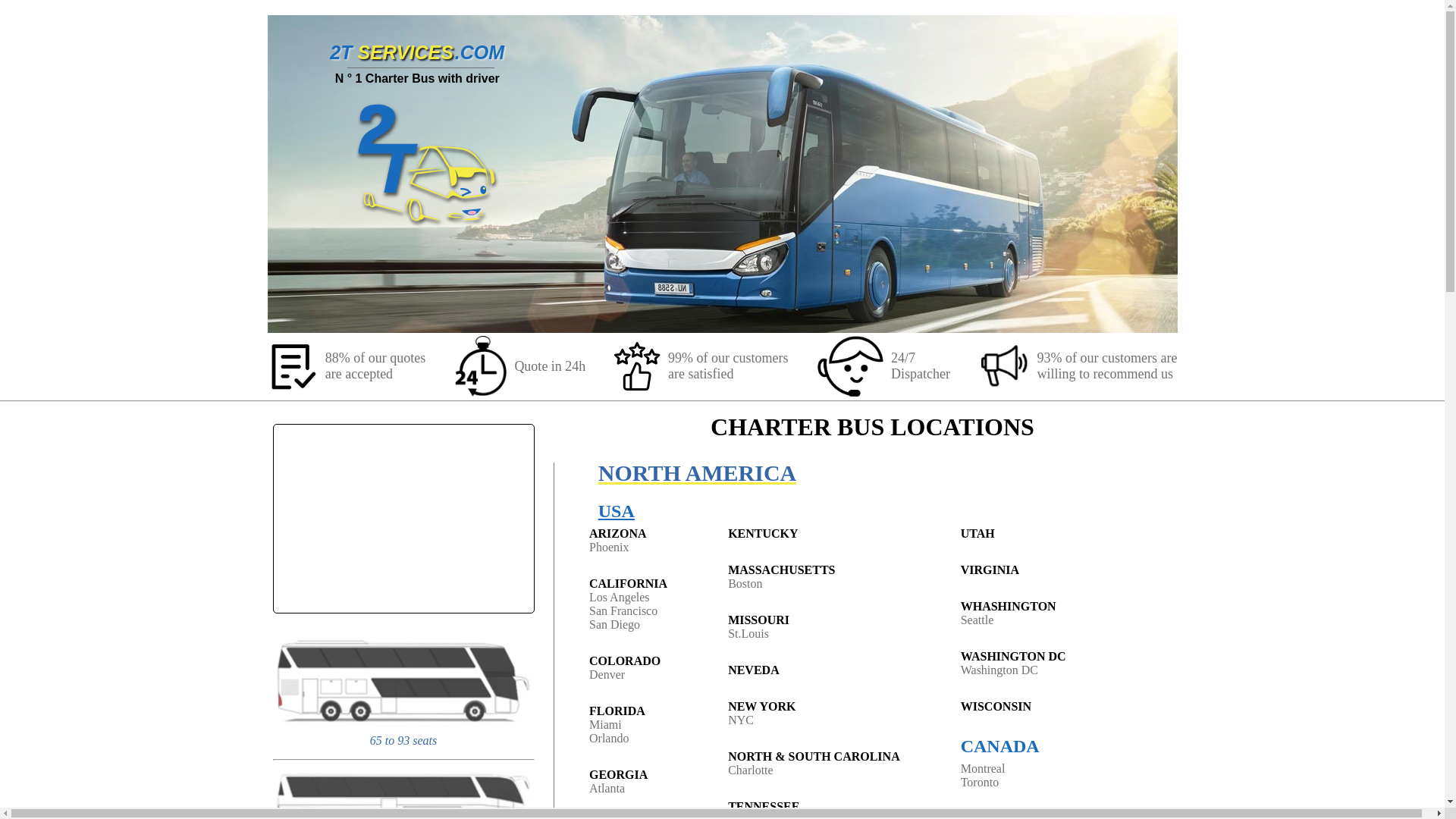 This screenshot has height=819, width=1456. I want to click on 'MISSOURI', so click(758, 620).